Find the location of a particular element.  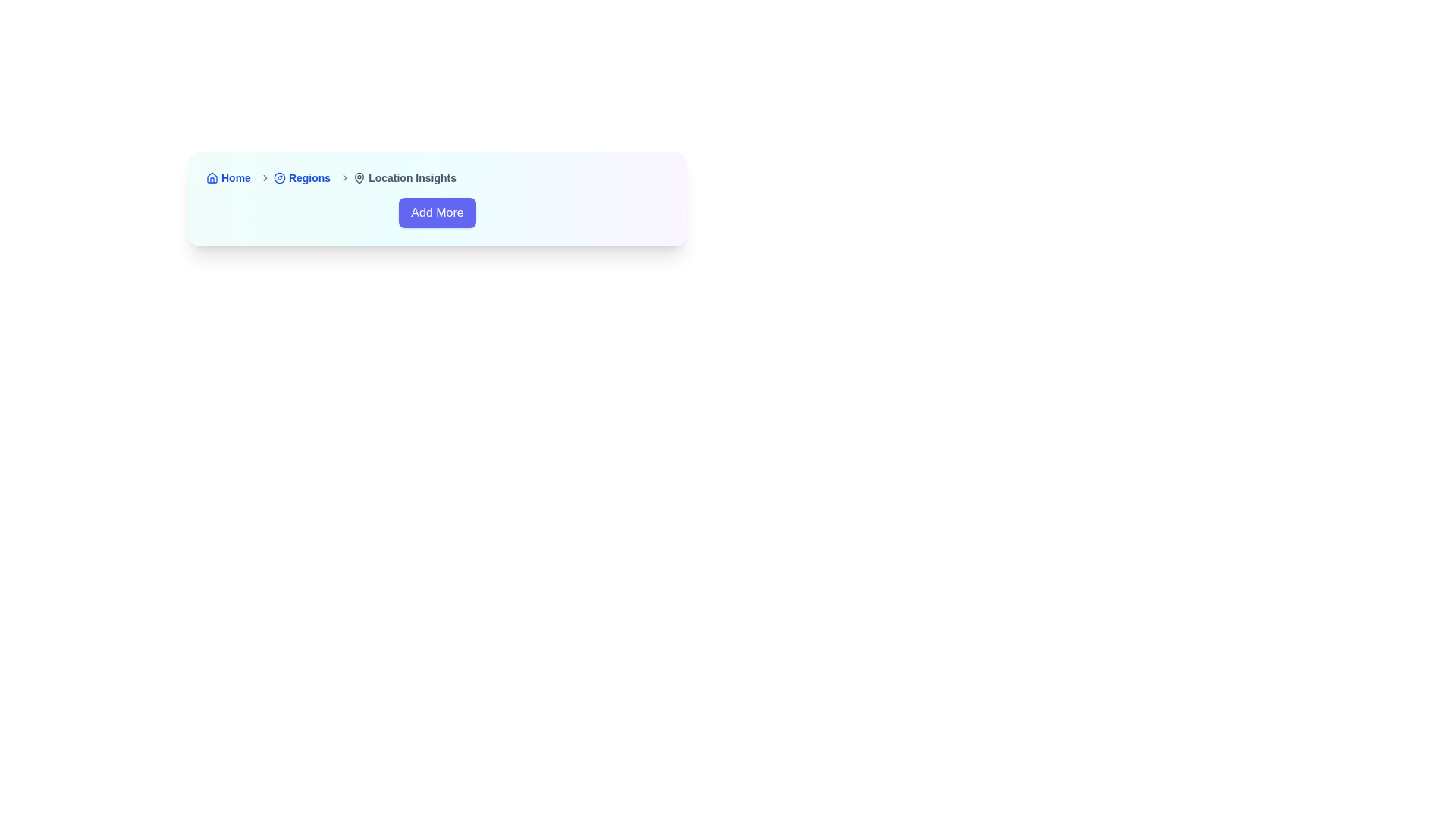

the 'Regions' link in the breadcrumb navigation bar is located at coordinates (302, 177).